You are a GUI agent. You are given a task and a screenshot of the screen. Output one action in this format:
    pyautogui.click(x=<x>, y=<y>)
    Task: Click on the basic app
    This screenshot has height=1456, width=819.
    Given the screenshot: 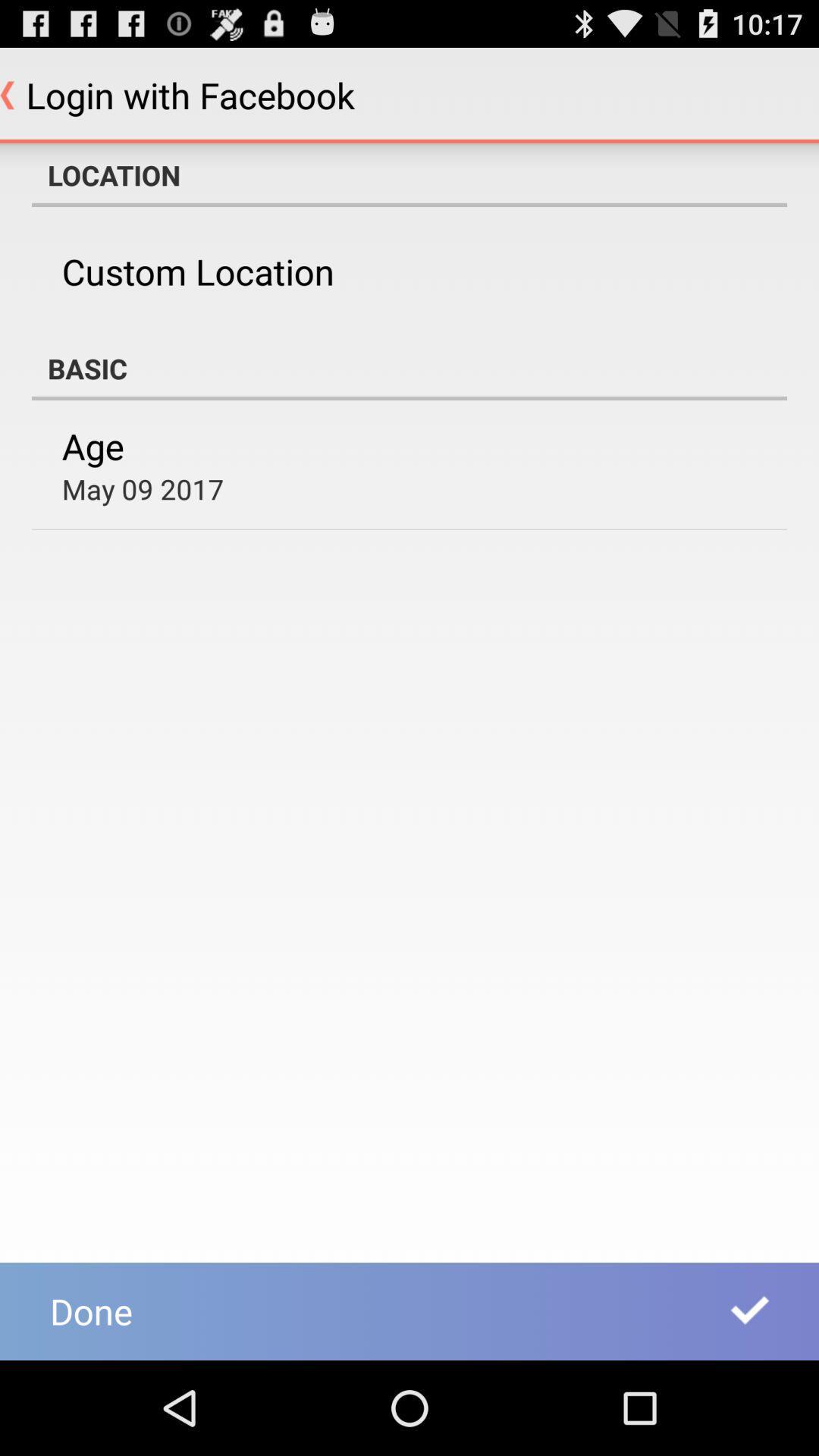 What is the action you would take?
    pyautogui.click(x=409, y=368)
    